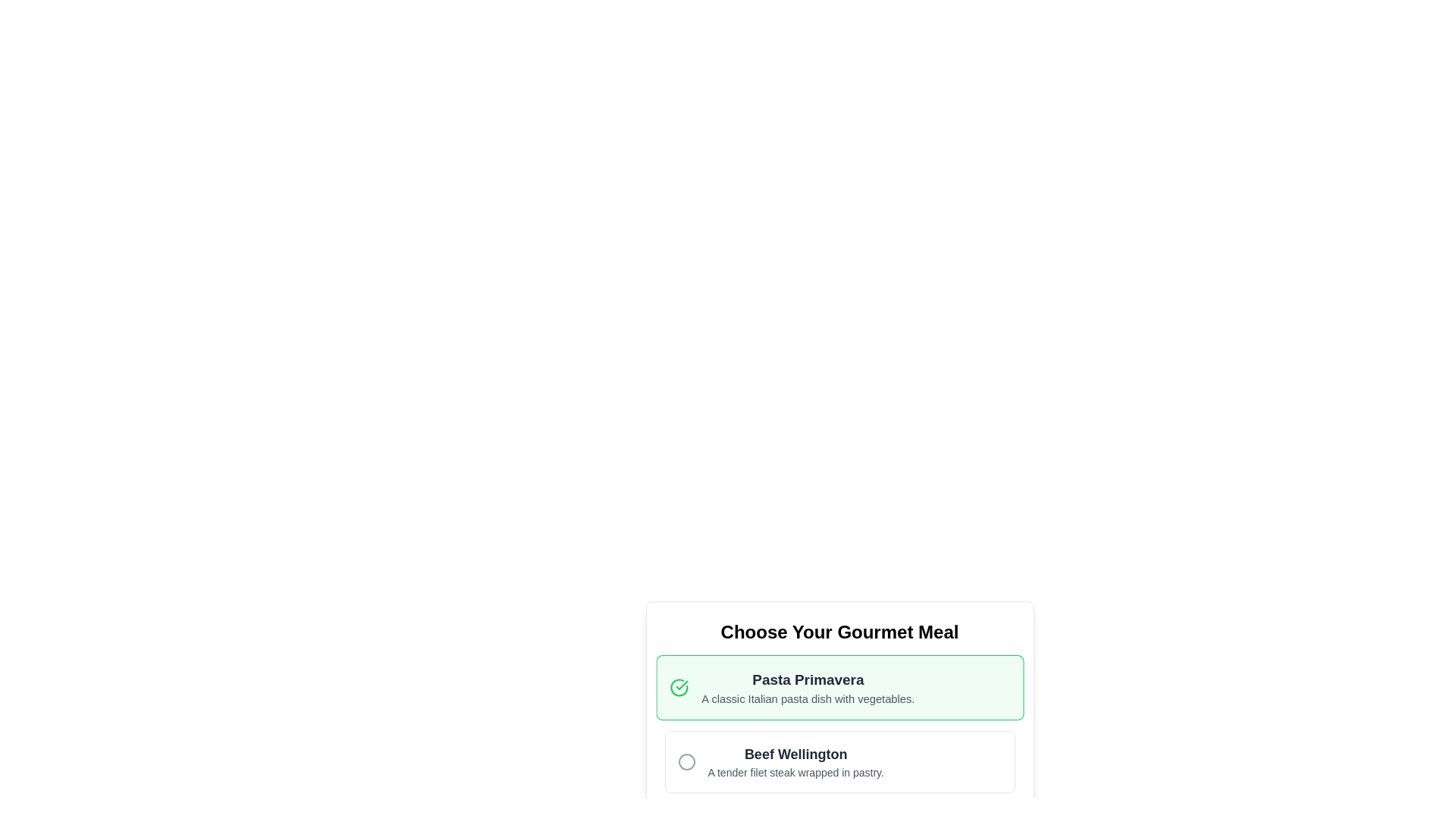  Describe the element at coordinates (807, 698) in the screenshot. I see `the static text element displaying 'A classic Italian pasta dish with vegetables.' which is located beneath the header 'Pasta Primavera'` at that location.